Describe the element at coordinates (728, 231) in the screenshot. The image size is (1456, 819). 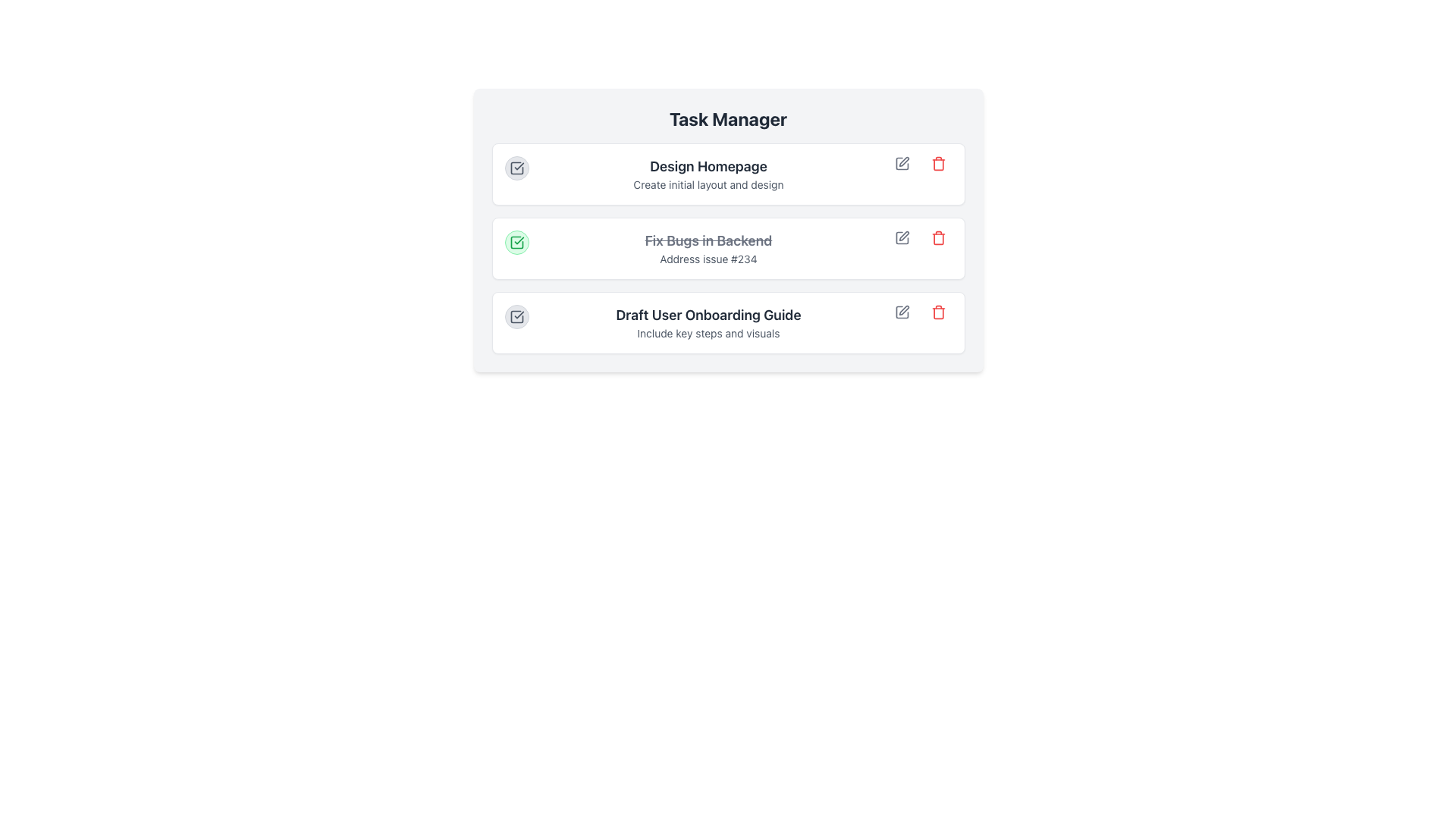
I see `the checkmark icon` at that location.